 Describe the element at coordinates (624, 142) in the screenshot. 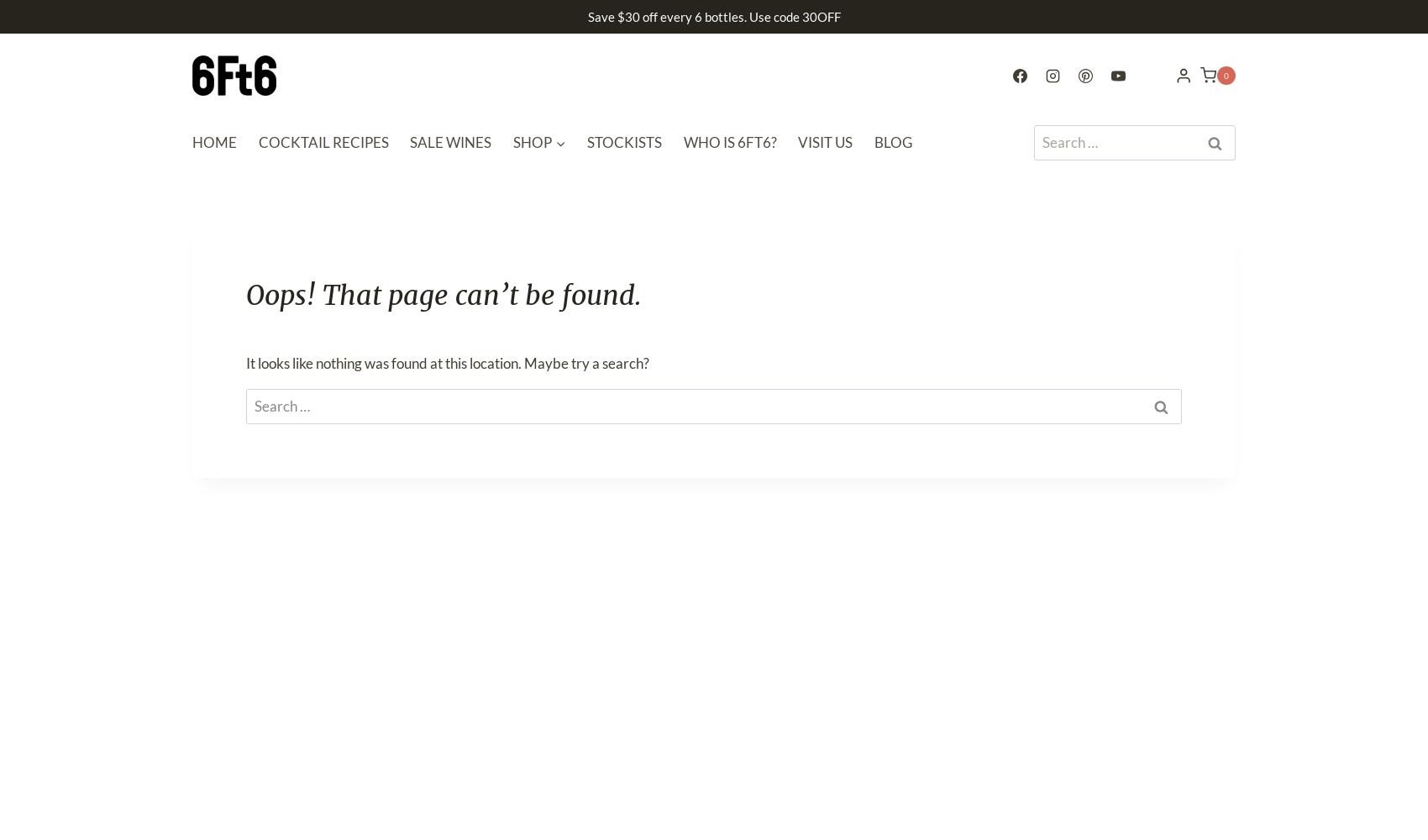

I see `'Stockists'` at that location.